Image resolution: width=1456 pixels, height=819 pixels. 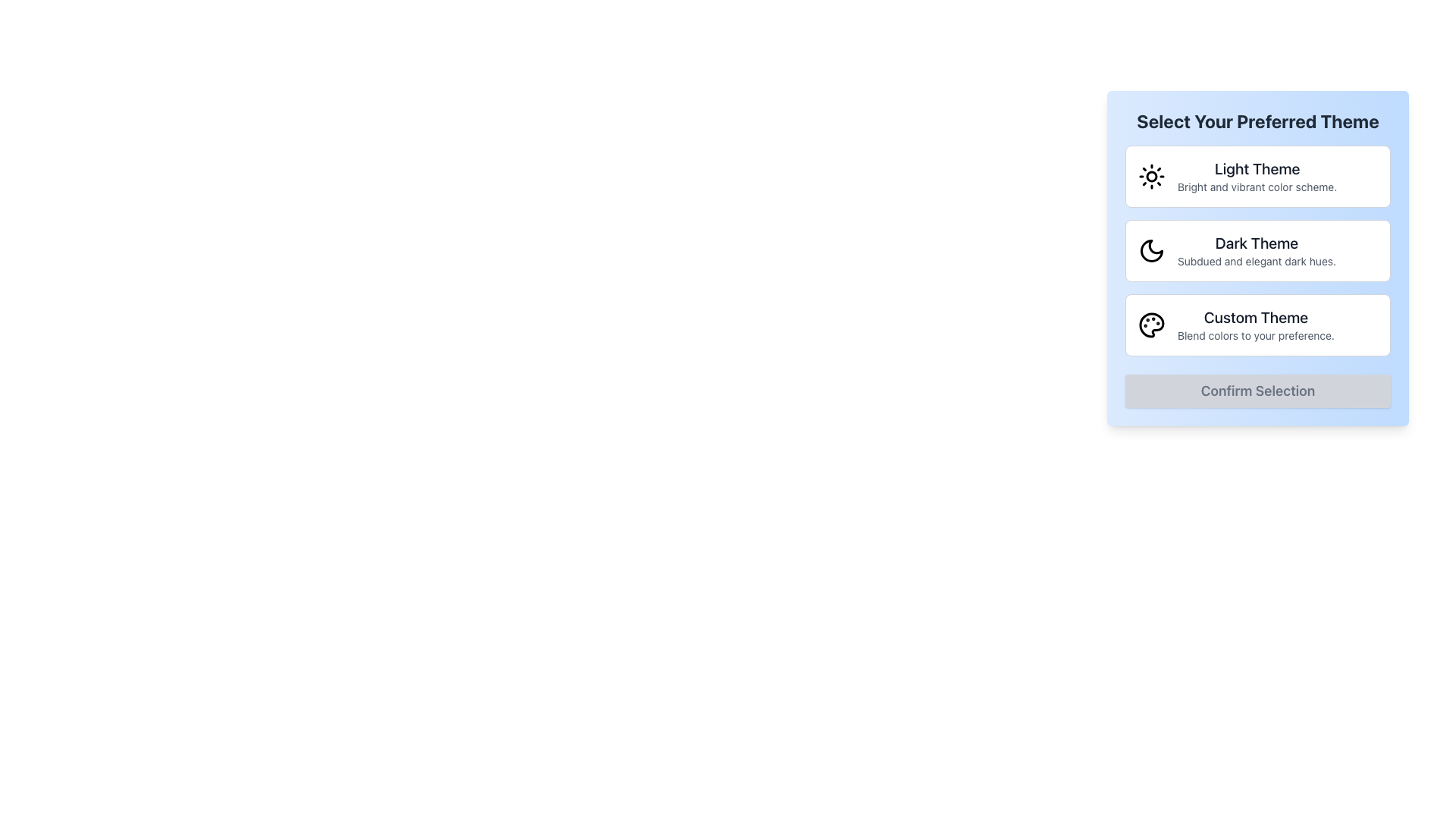 I want to click on the text block containing the title 'Dark Theme' and subtitle 'Subdued and elegant dark hues', so click(x=1257, y=250).